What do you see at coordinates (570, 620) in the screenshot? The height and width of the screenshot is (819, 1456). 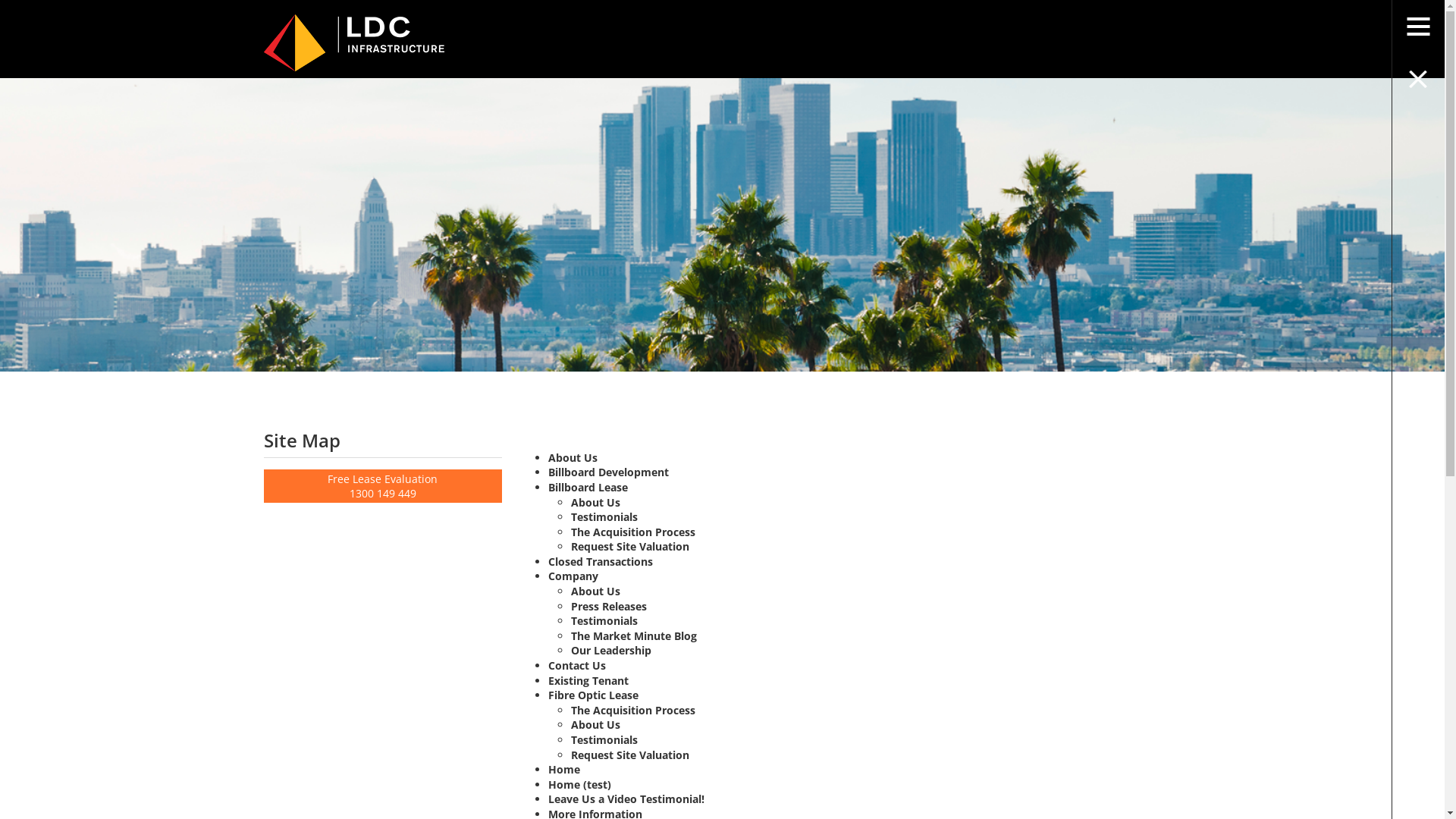 I see `'Testimonials'` at bounding box center [570, 620].